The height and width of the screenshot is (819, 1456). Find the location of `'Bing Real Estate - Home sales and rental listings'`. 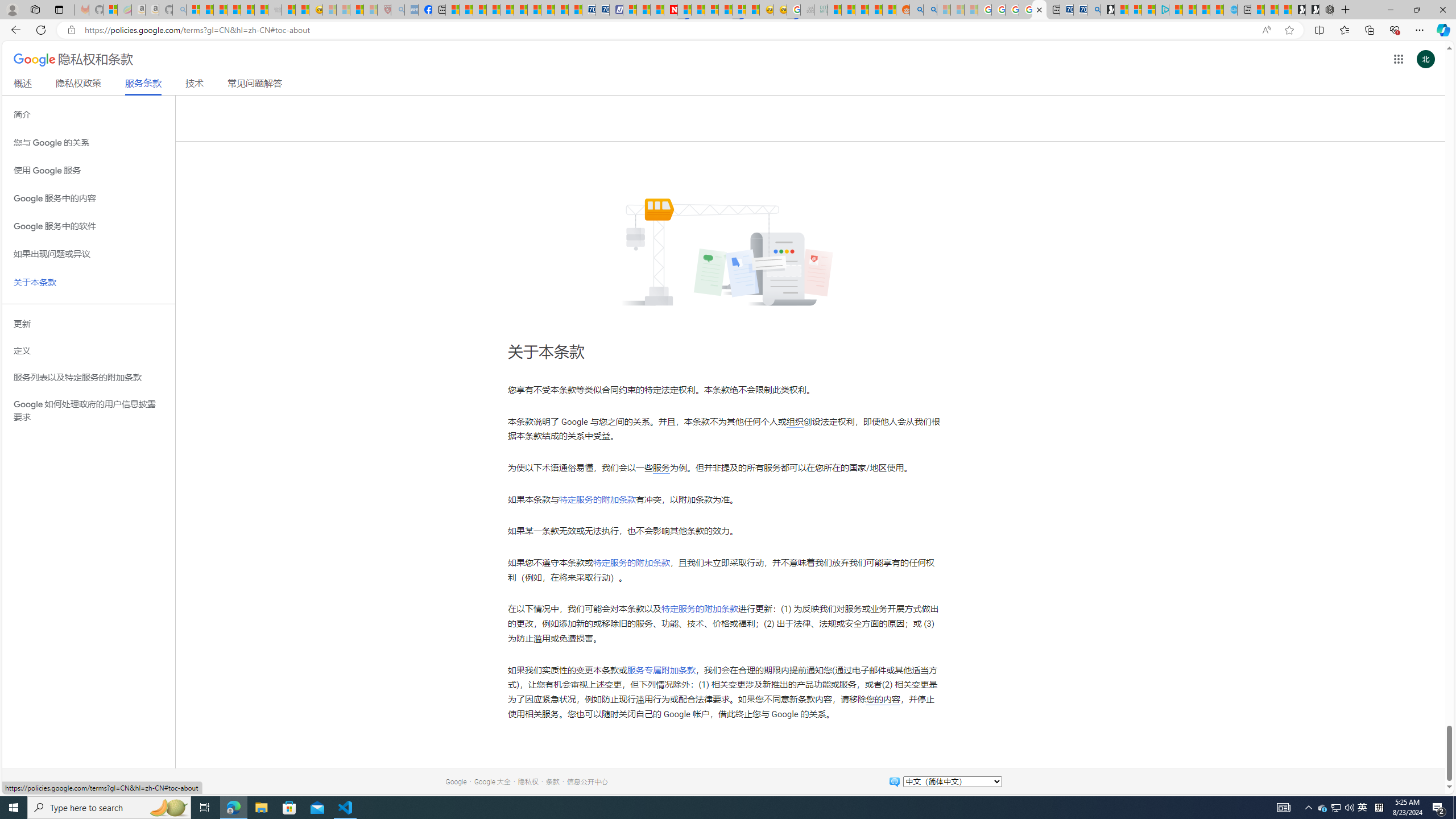

'Bing Real Estate - Home sales and rental listings' is located at coordinates (1093, 9).